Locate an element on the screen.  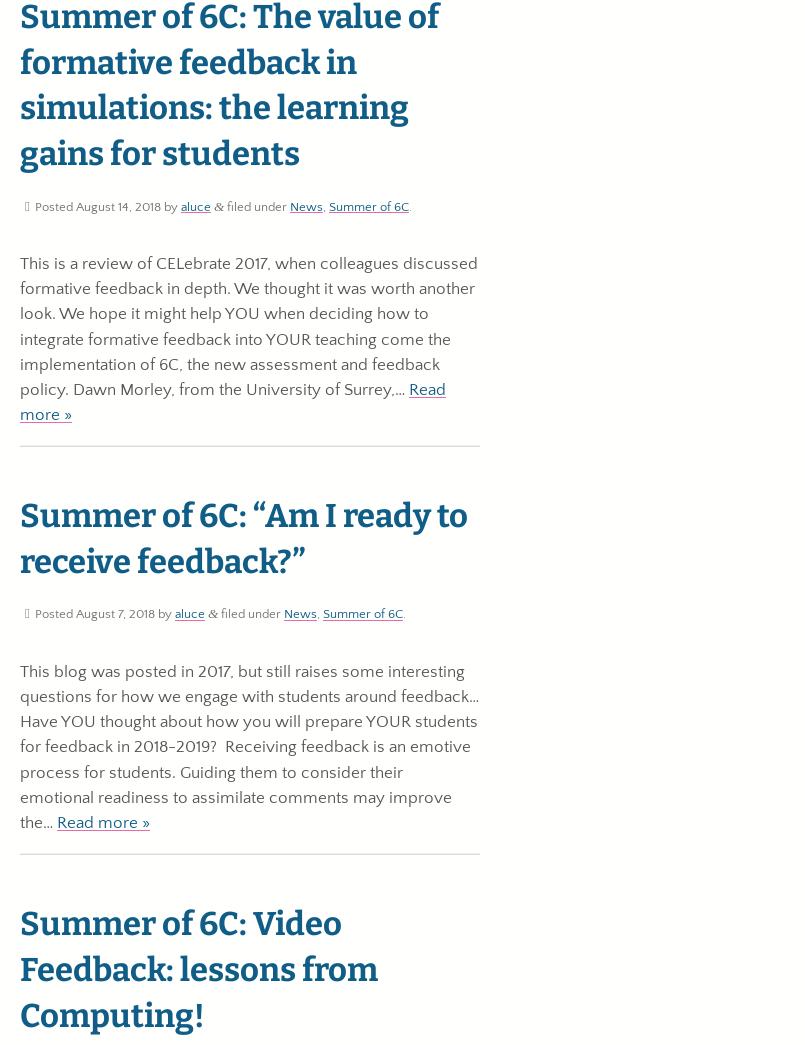
'This blog was posted in 2017, but still raises some interesting questions for how we engage with students around feedback… Have YOU thought about how you will prepare YOUR students for feedback in 2018-2019?  Receiving feedback is an emotive process for students. Guiding them to consider their emotional readiness to assimilate comments may improve the…' is located at coordinates (19, 745).